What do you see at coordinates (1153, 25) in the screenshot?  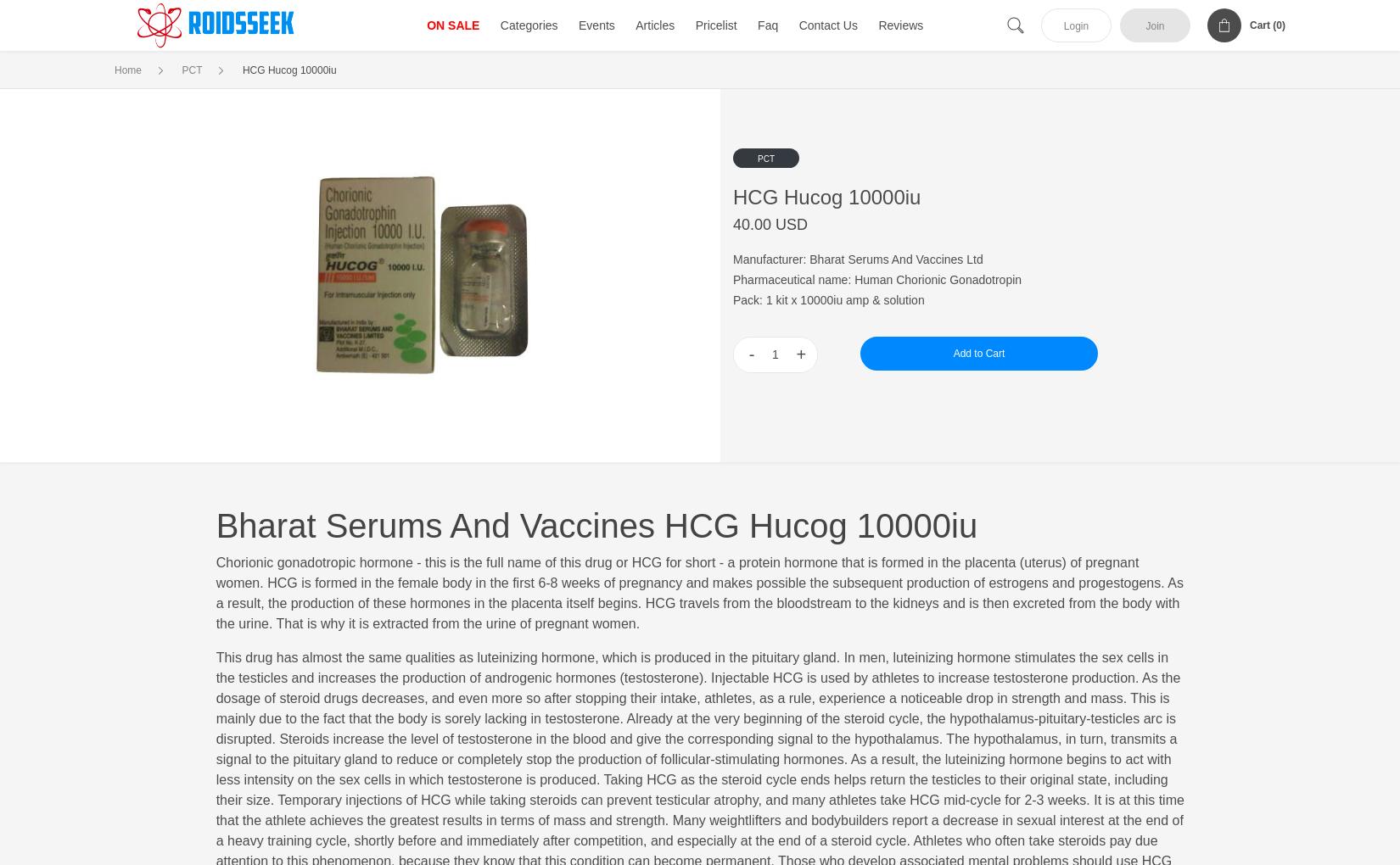 I see `'Join'` at bounding box center [1153, 25].